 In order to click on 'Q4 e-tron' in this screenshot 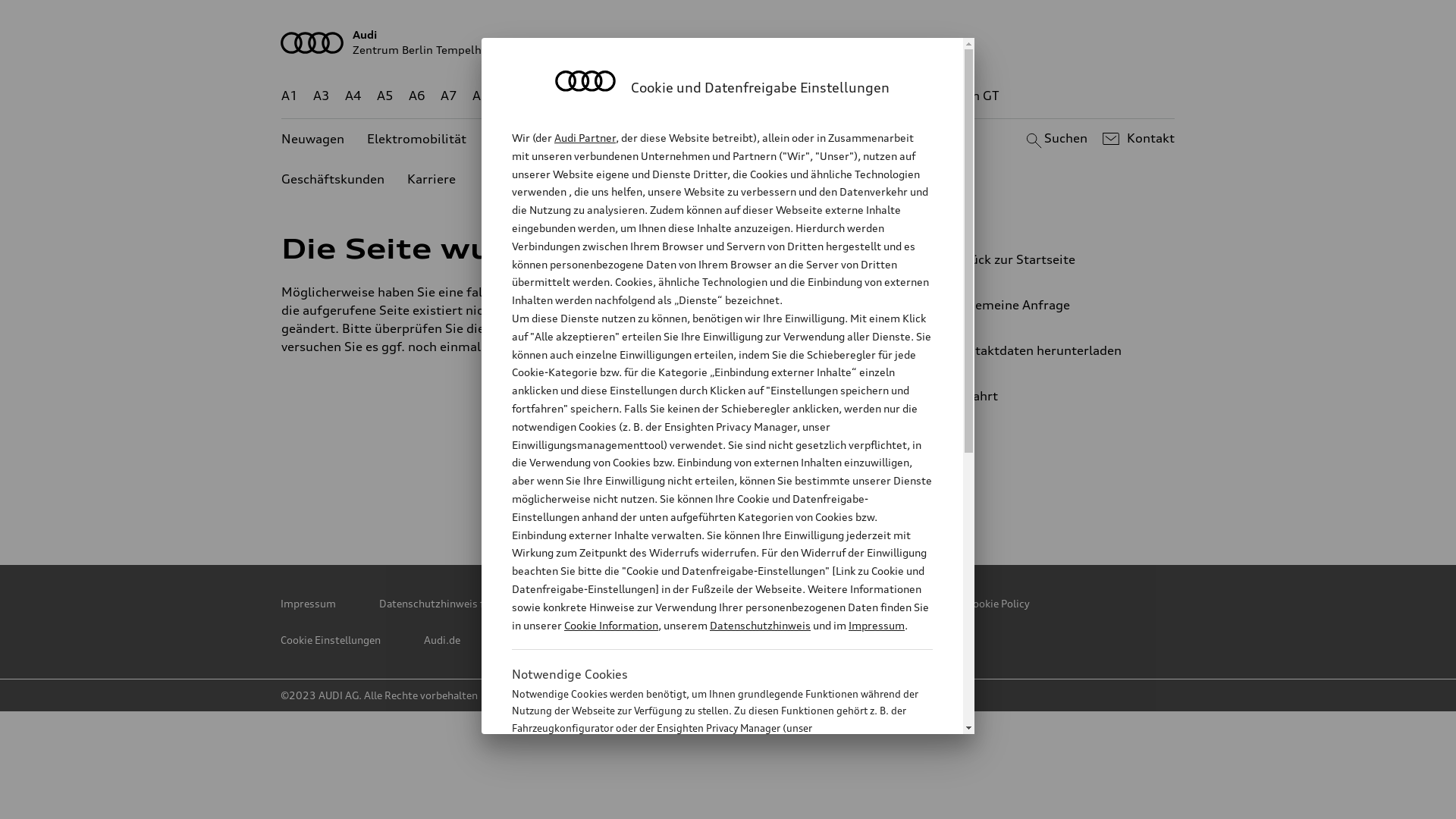, I will do `click(597, 96)`.